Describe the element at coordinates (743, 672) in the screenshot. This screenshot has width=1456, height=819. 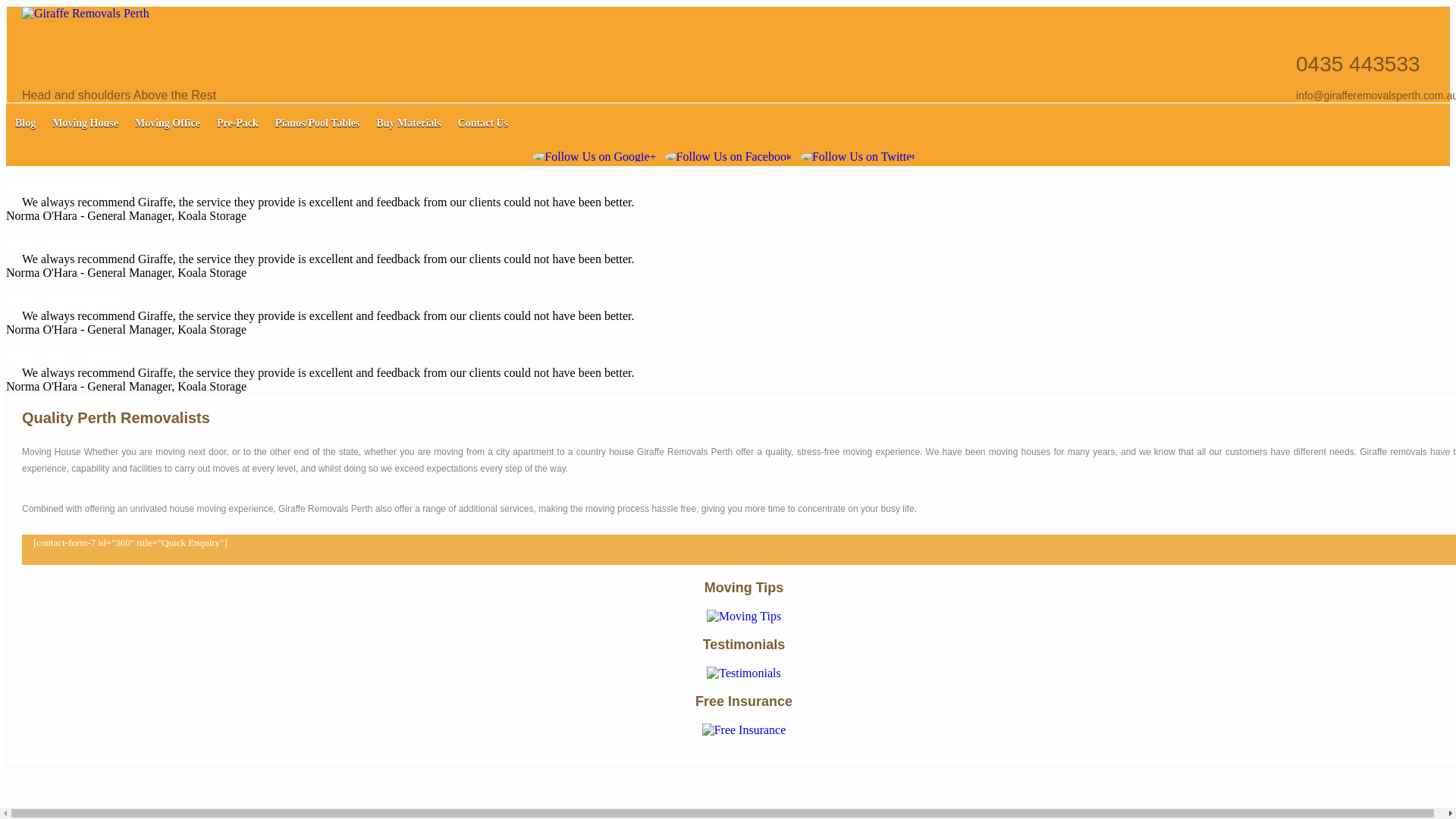
I see `'Testimonials'` at that location.